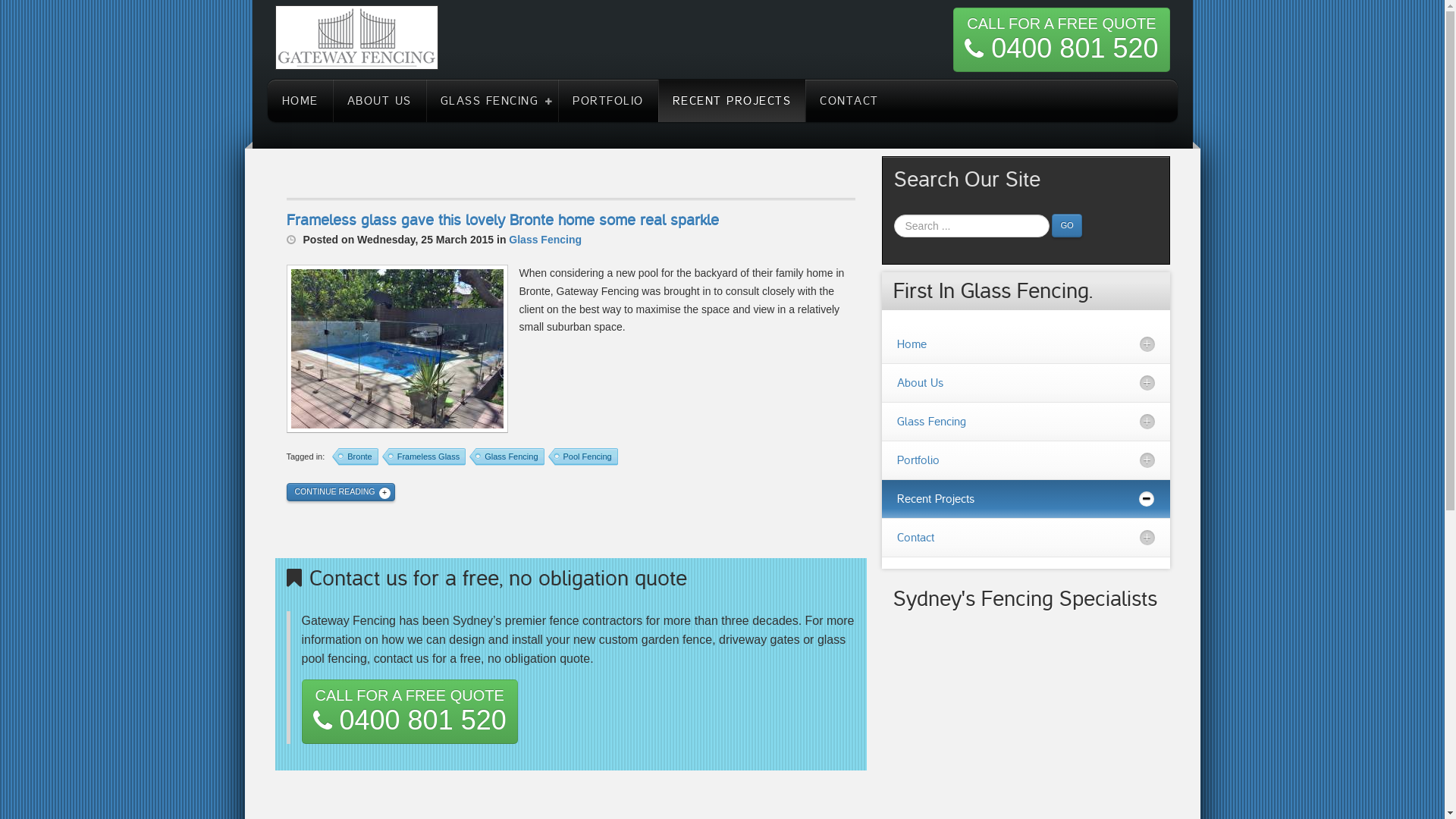  Describe the element at coordinates (1025, 344) in the screenshot. I see `'Home'` at that location.